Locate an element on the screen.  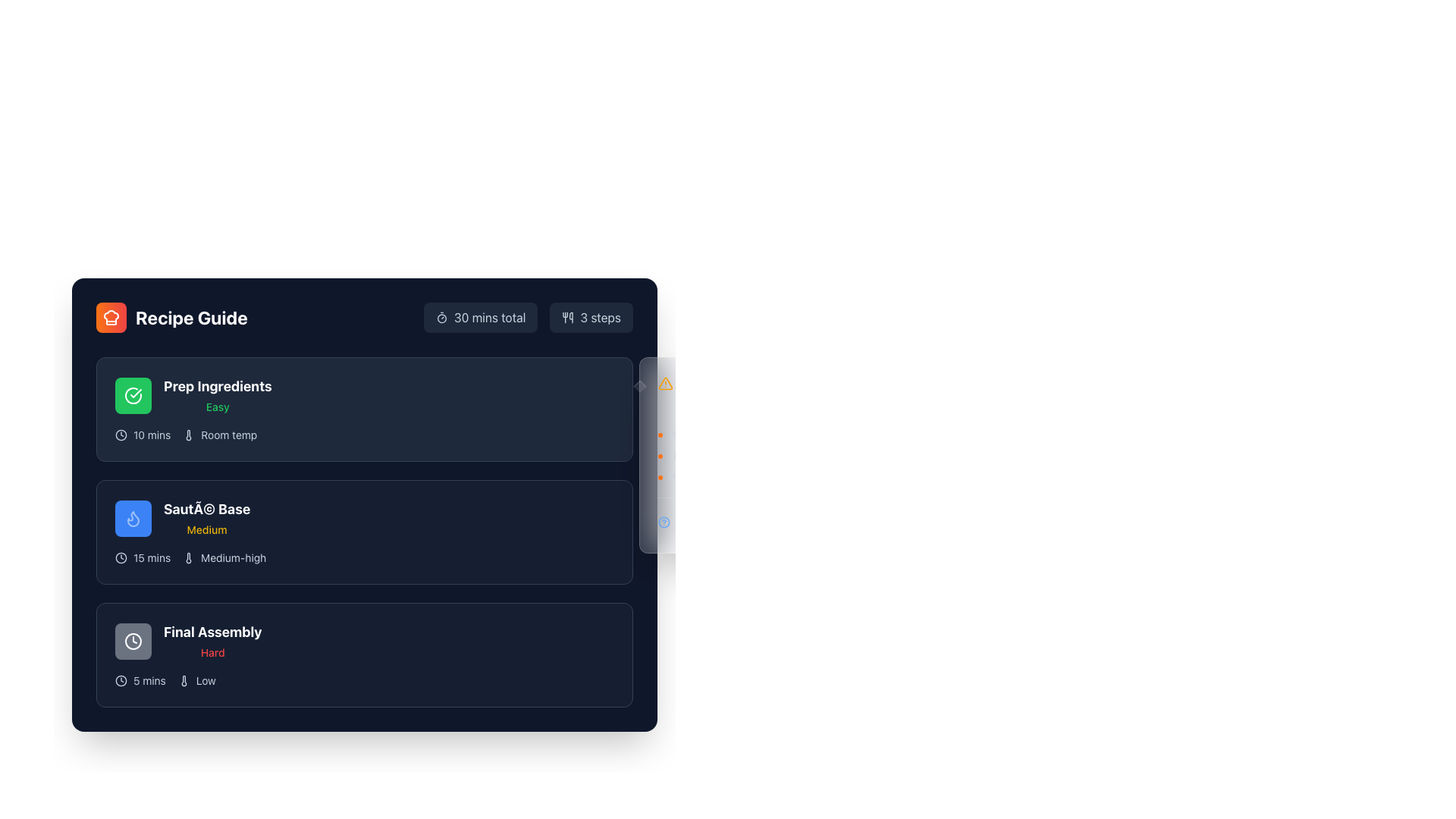
the icon that serves as a visual indicator for timing, located to the left of the bold text 'Final Assembly' in the bottom row of recipe steps is located at coordinates (133, 641).